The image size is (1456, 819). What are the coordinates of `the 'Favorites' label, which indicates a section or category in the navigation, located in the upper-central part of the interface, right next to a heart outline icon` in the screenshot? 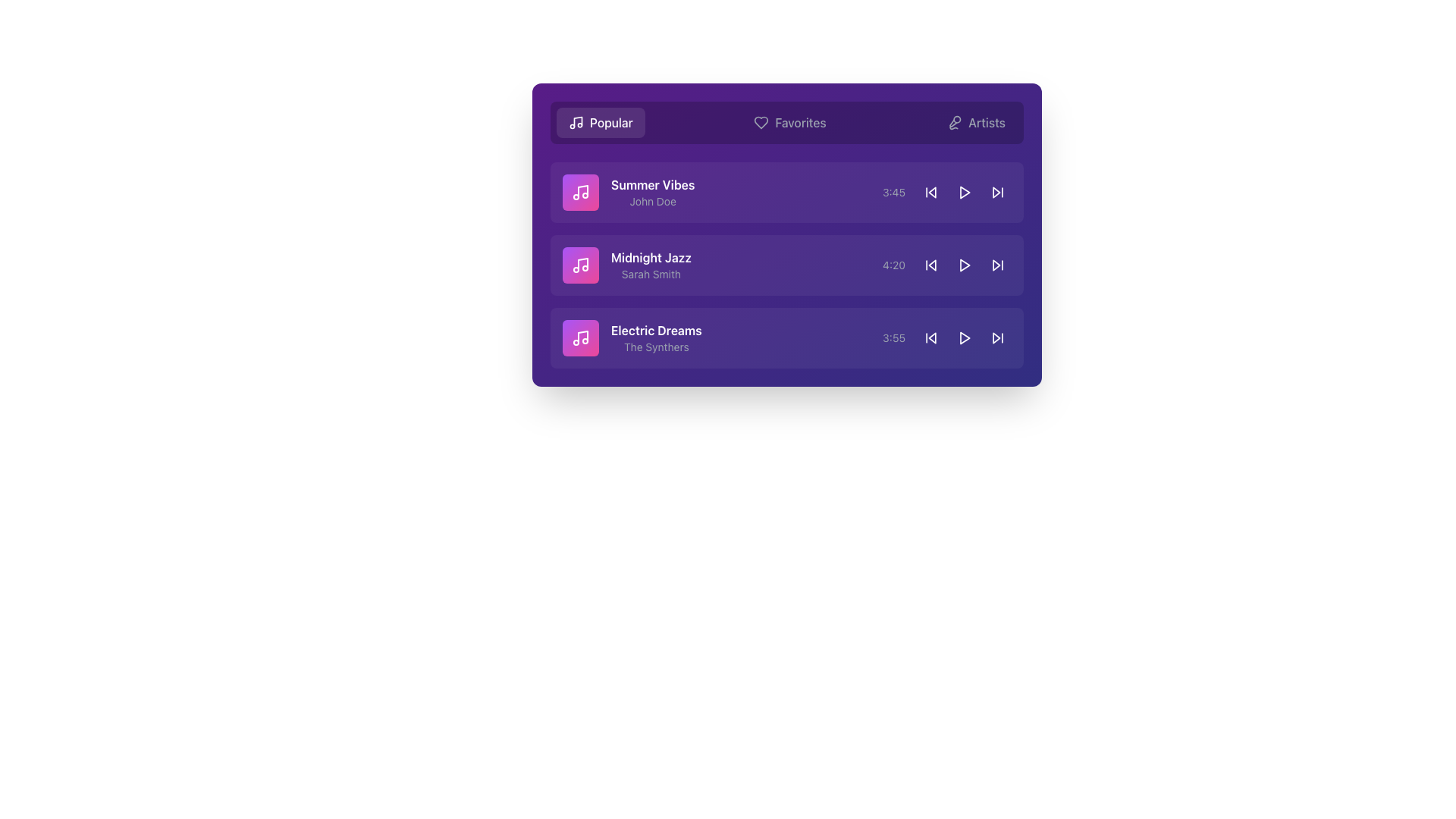 It's located at (800, 122).